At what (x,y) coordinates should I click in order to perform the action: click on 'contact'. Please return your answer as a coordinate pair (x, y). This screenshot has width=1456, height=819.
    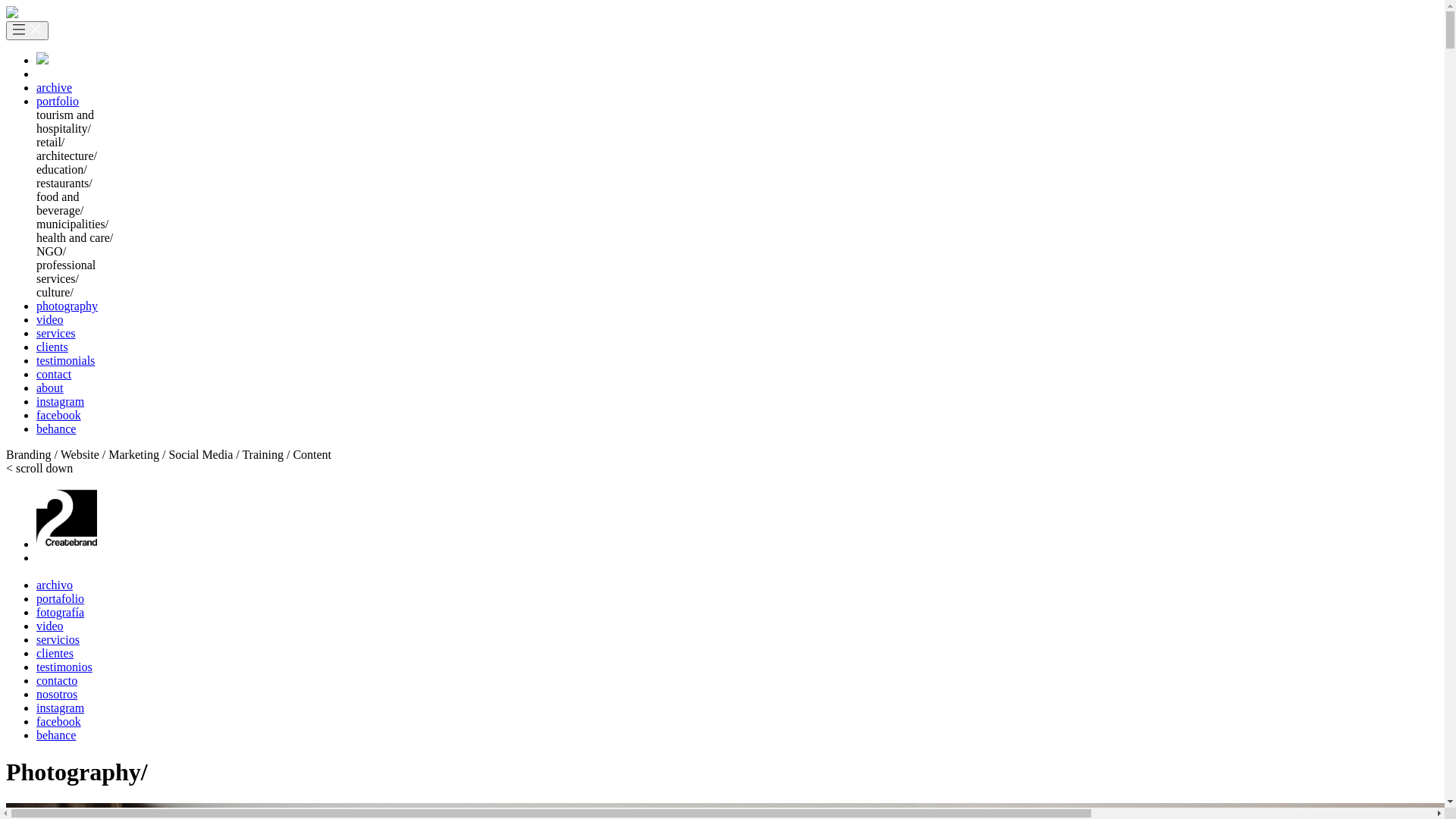
    Looking at the image, I should click on (54, 374).